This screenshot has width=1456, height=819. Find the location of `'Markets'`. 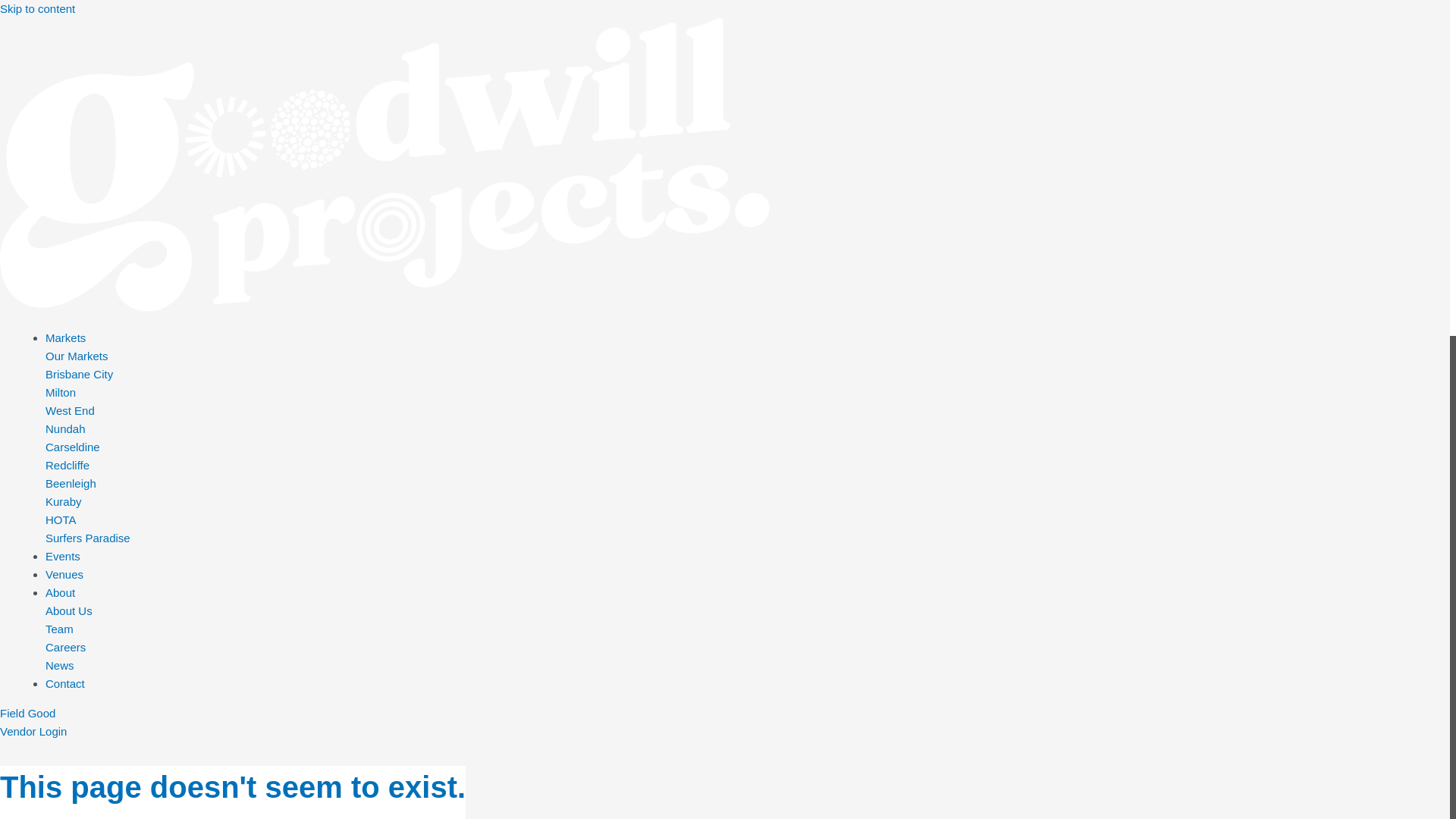

'Markets' is located at coordinates (45, 337).